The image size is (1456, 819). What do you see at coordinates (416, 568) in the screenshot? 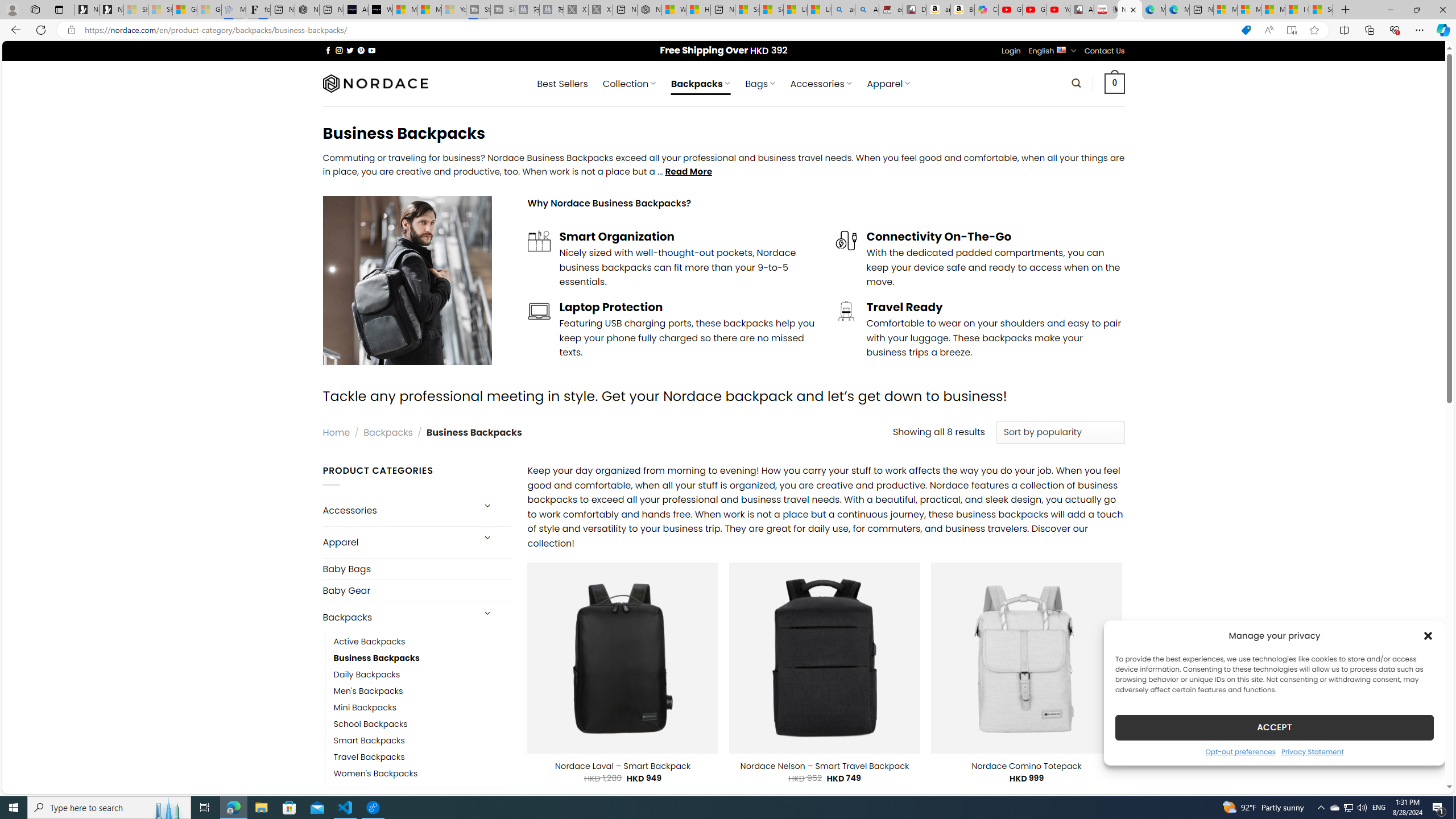
I see `'Baby Bags'` at bounding box center [416, 568].